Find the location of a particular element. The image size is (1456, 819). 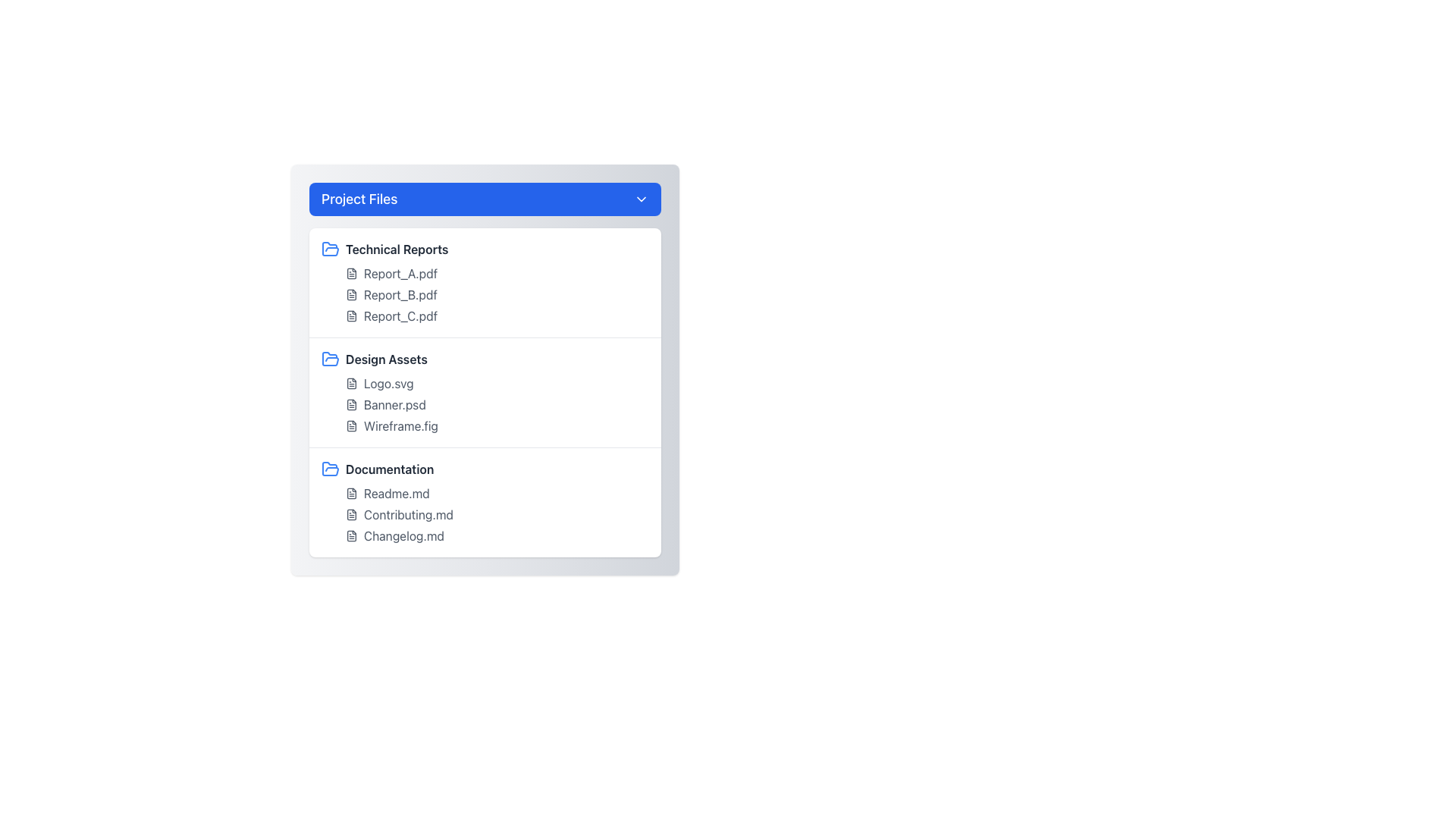

icon representing the file 'Changelog.md' located in the 'Documentation' subsection of the file list interface is located at coordinates (351, 535).